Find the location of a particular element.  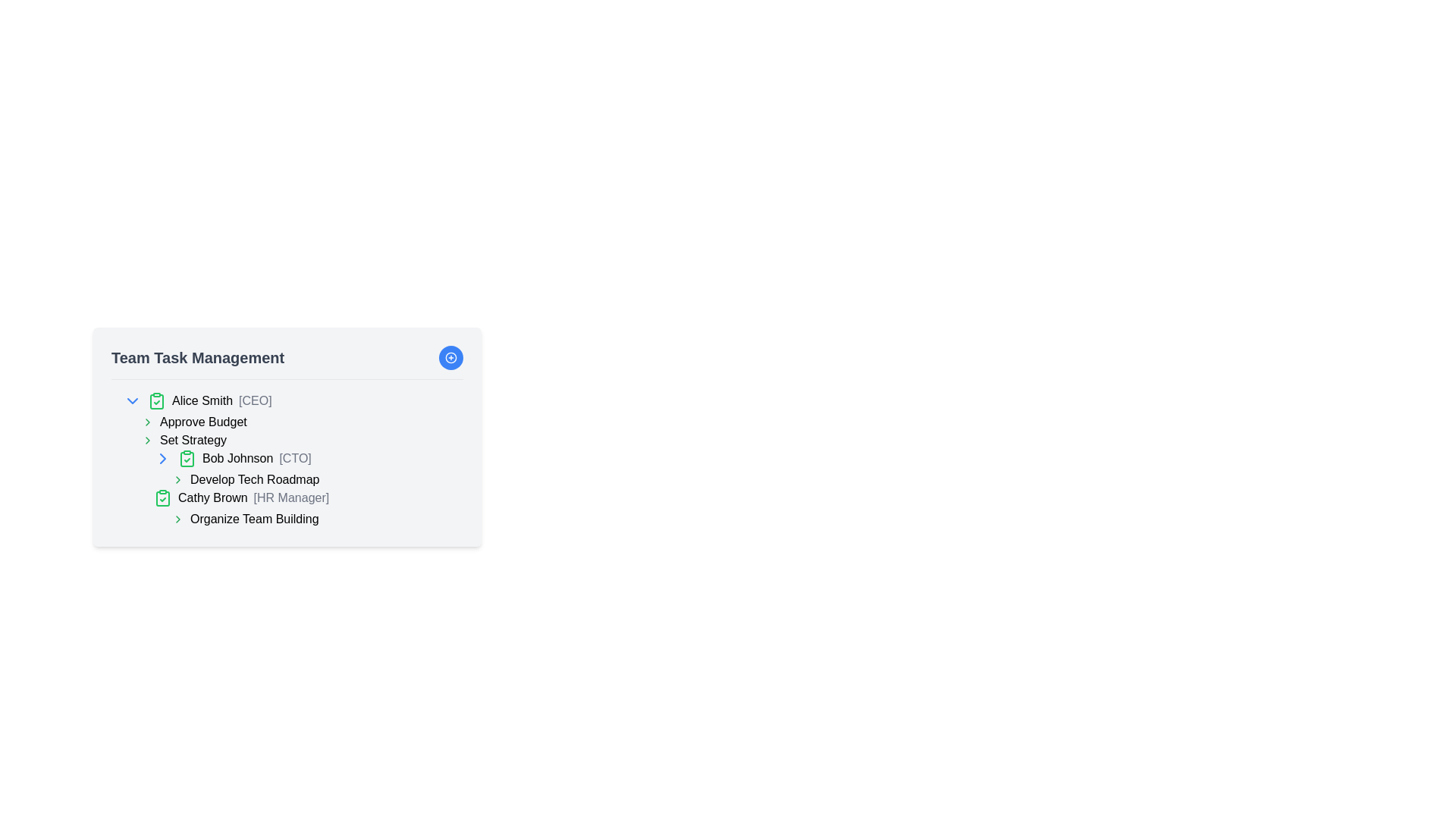

the chevron icon next to the task item 'Organize Team Building' is located at coordinates (316, 519).